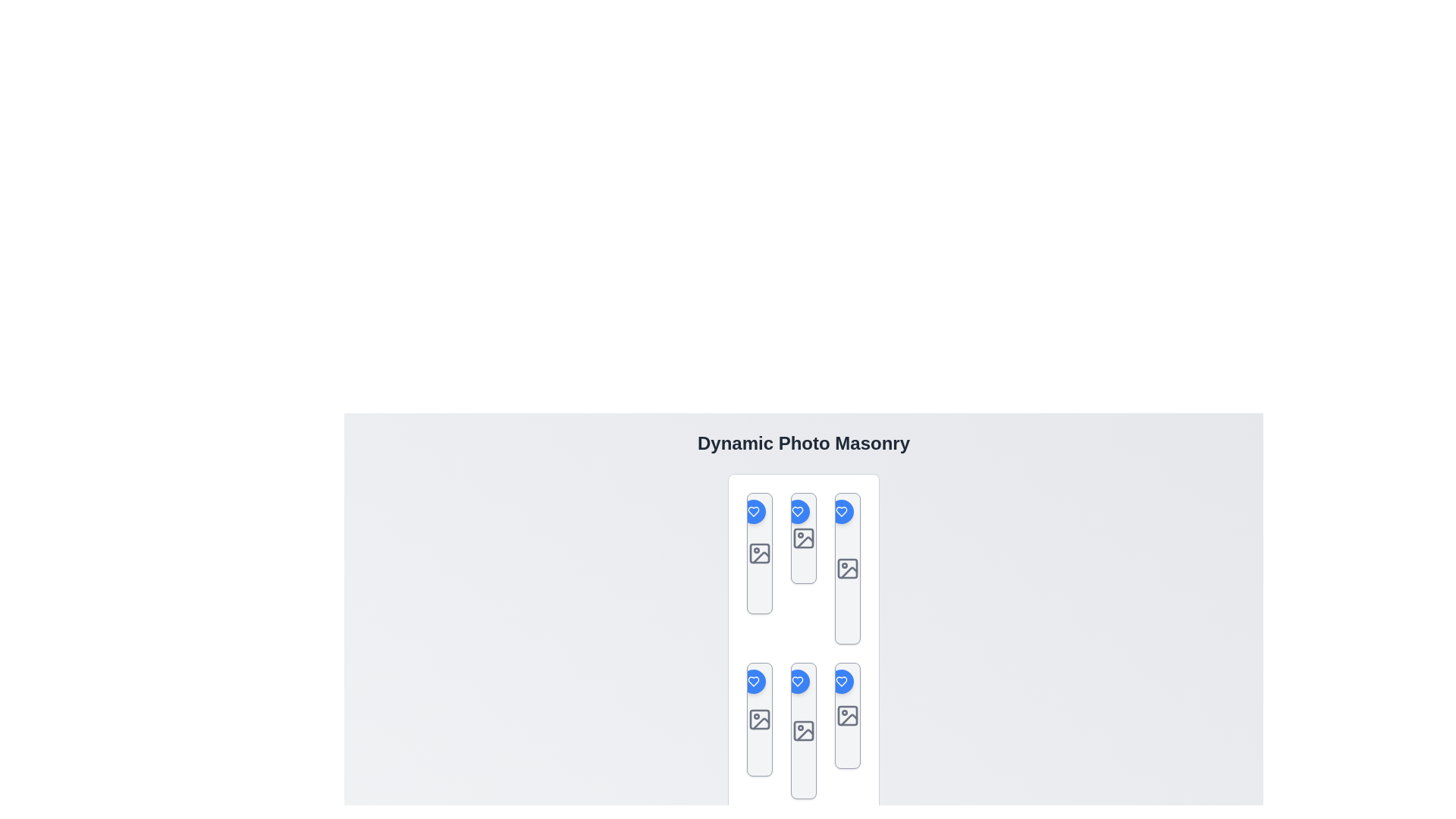  What do you see at coordinates (803, 537) in the screenshot?
I see `the image icon placeholder with rounded corners located in the middle column, second position from the top` at bounding box center [803, 537].